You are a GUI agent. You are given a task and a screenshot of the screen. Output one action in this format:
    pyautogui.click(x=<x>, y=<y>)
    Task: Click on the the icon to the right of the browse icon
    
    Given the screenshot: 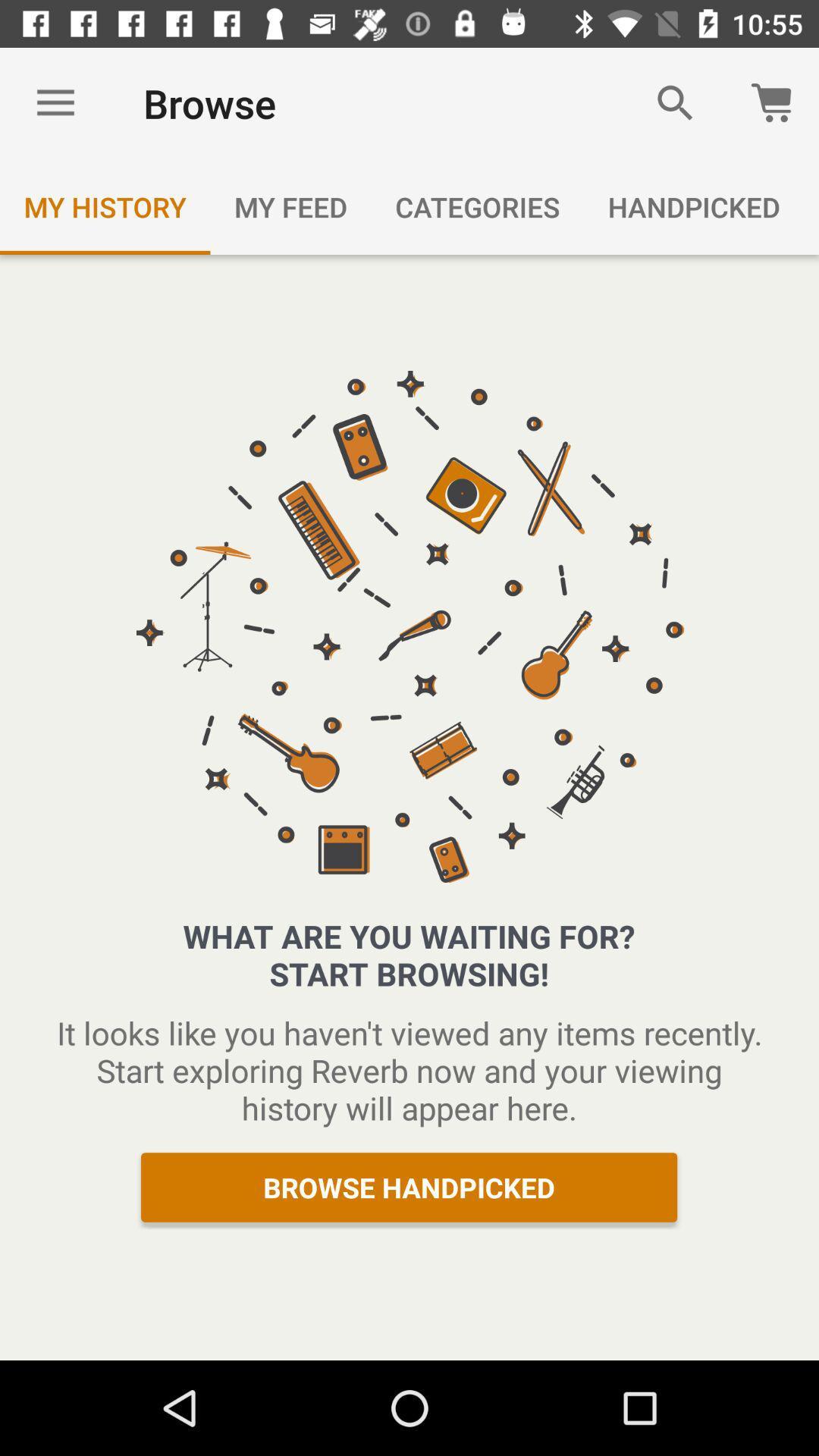 What is the action you would take?
    pyautogui.click(x=675, y=102)
    